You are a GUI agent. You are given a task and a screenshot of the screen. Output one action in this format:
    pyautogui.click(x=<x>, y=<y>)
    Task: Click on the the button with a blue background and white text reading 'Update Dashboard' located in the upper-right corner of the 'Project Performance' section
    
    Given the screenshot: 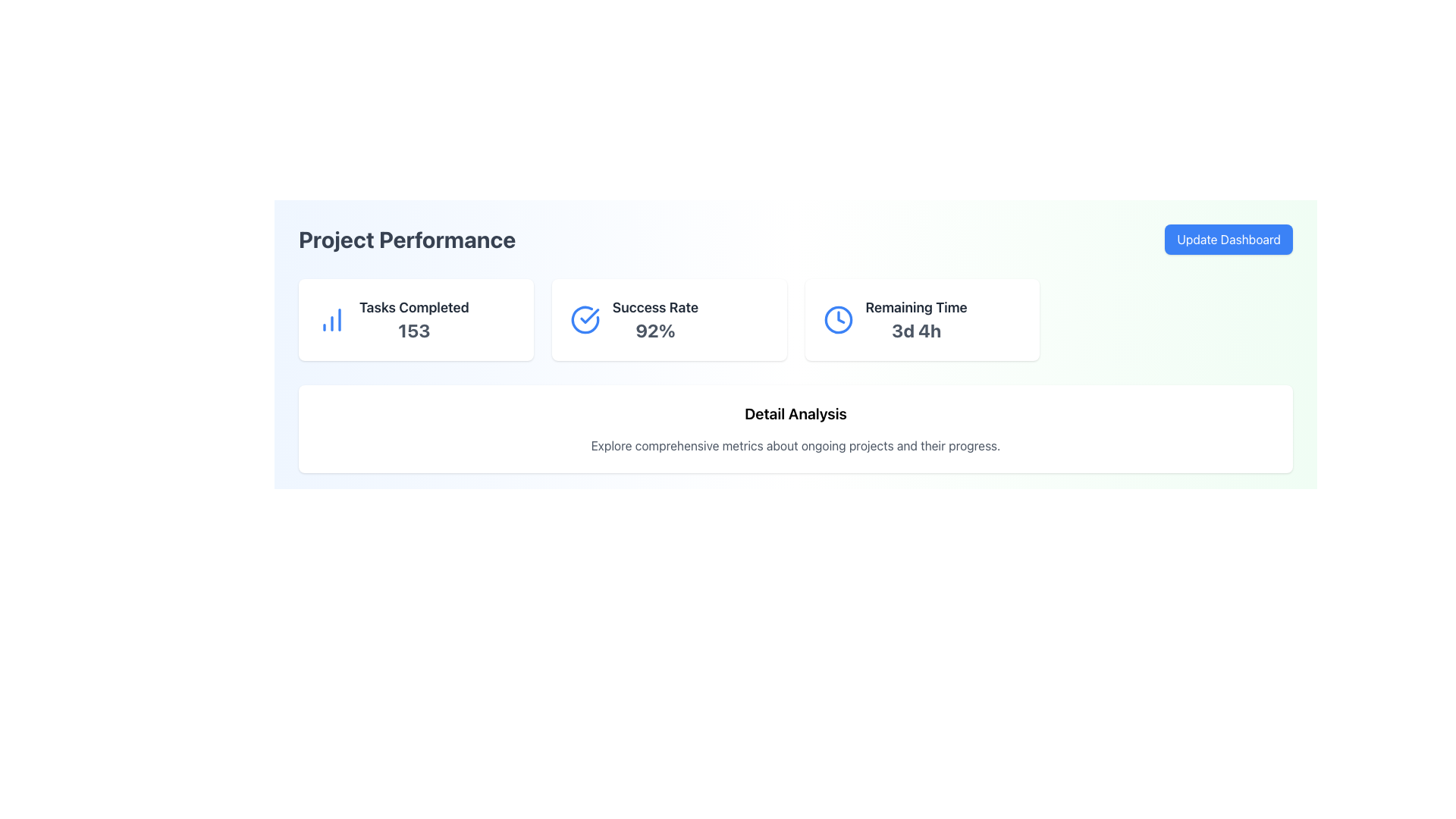 What is the action you would take?
    pyautogui.click(x=1228, y=239)
    